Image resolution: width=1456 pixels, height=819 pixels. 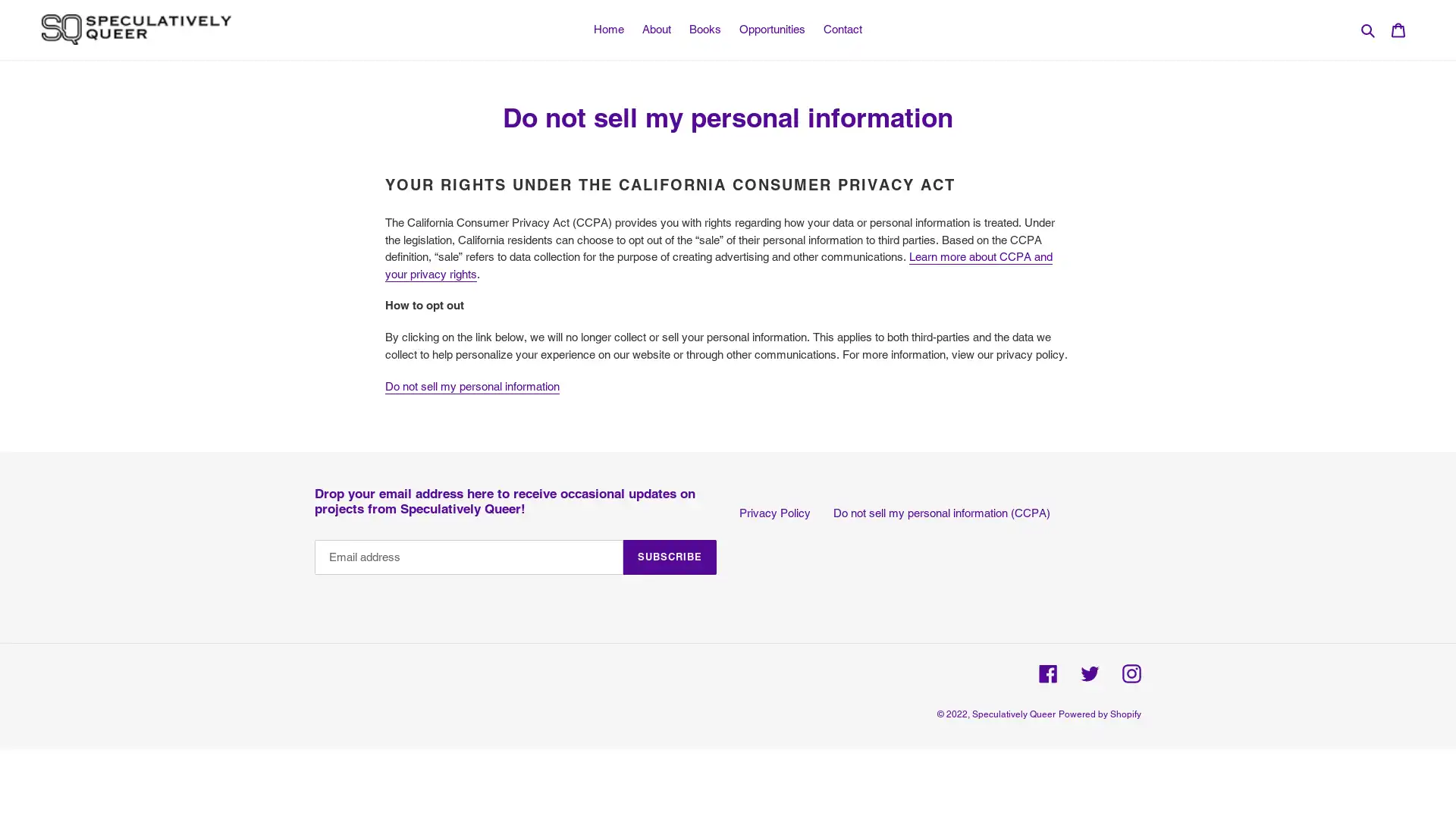 What do you see at coordinates (1369, 29) in the screenshot?
I see `Search` at bounding box center [1369, 29].